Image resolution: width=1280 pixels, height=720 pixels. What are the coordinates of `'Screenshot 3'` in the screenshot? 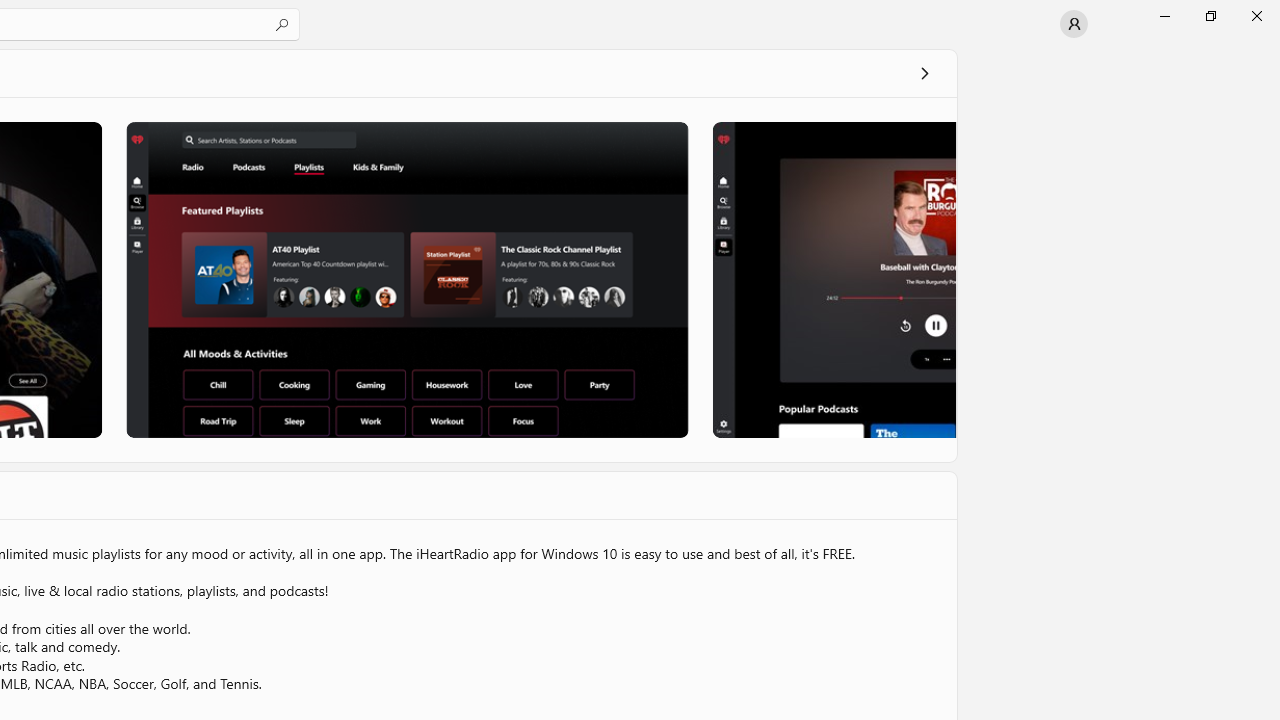 It's located at (833, 279).